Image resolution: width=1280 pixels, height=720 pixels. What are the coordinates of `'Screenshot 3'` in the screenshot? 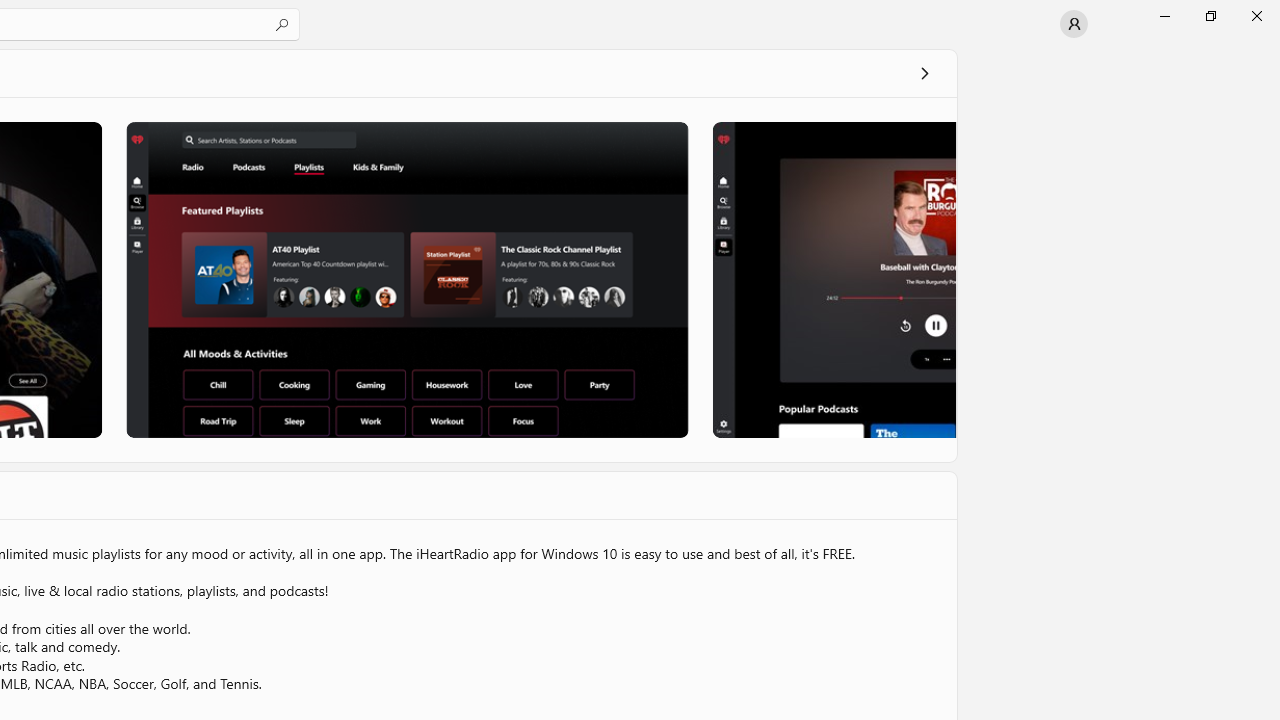 It's located at (833, 279).